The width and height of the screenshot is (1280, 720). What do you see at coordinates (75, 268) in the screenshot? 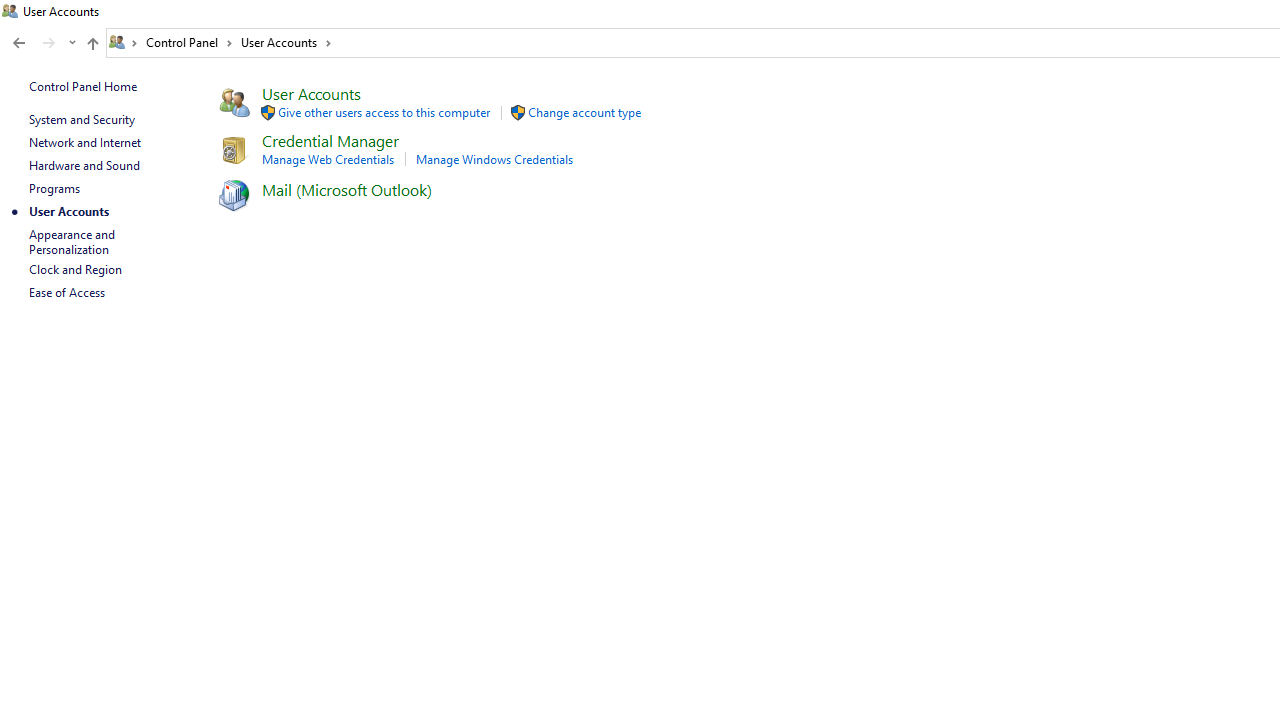
I see `'Clock and Region'` at bounding box center [75, 268].